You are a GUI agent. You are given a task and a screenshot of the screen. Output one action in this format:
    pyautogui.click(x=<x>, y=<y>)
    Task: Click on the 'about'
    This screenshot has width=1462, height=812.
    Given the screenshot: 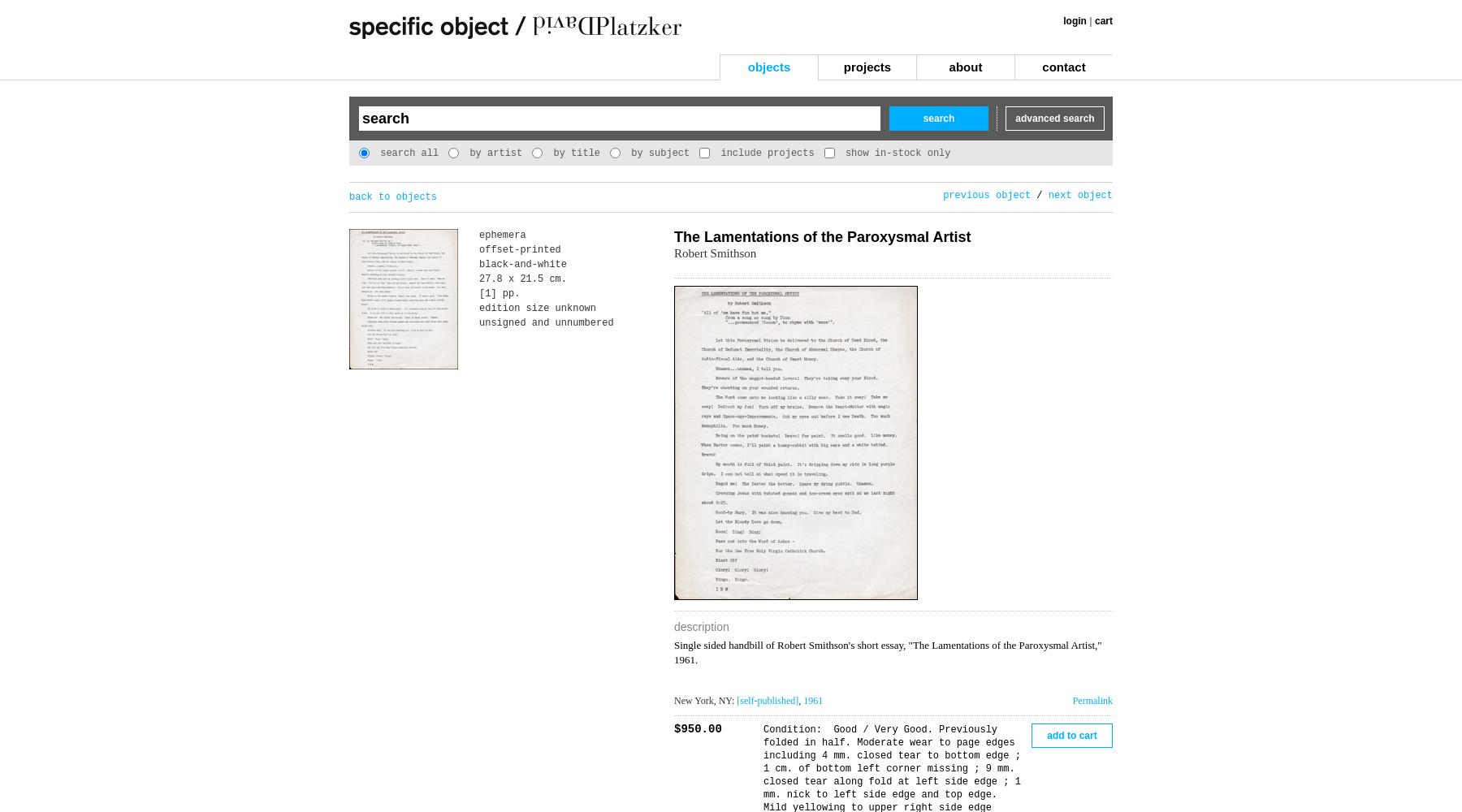 What is the action you would take?
    pyautogui.click(x=964, y=66)
    